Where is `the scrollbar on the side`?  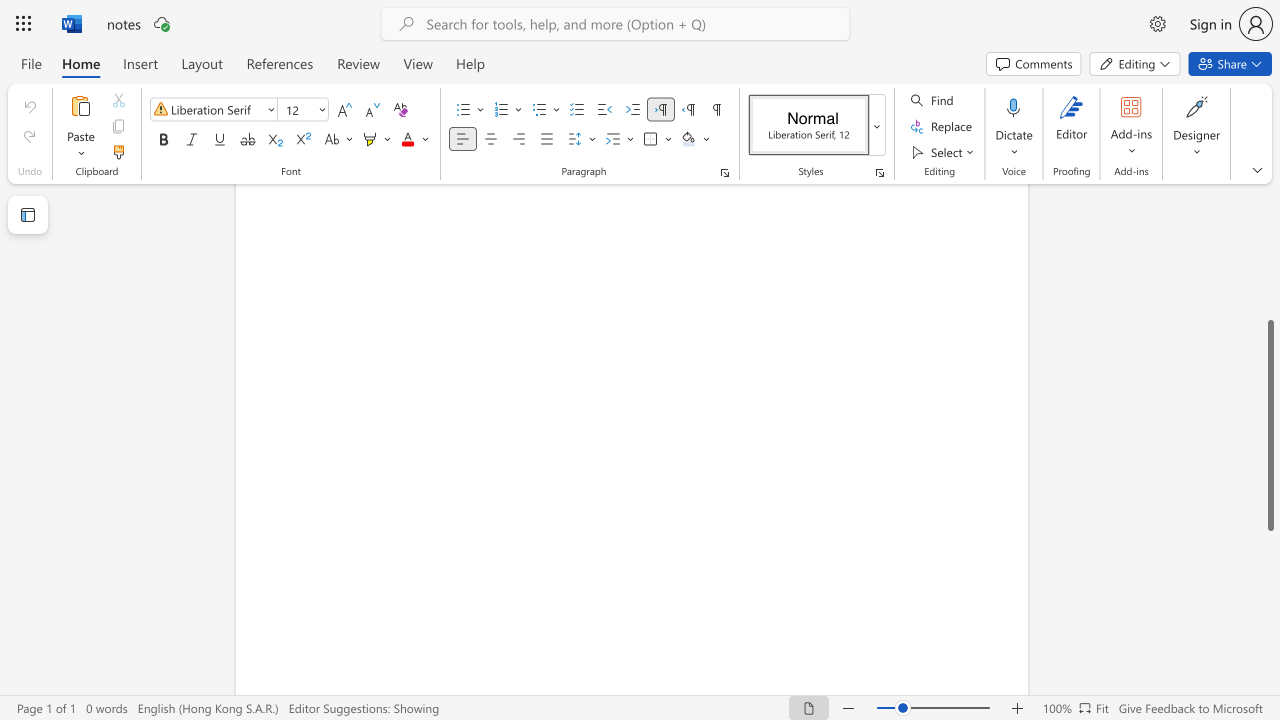 the scrollbar on the side is located at coordinates (1269, 228).